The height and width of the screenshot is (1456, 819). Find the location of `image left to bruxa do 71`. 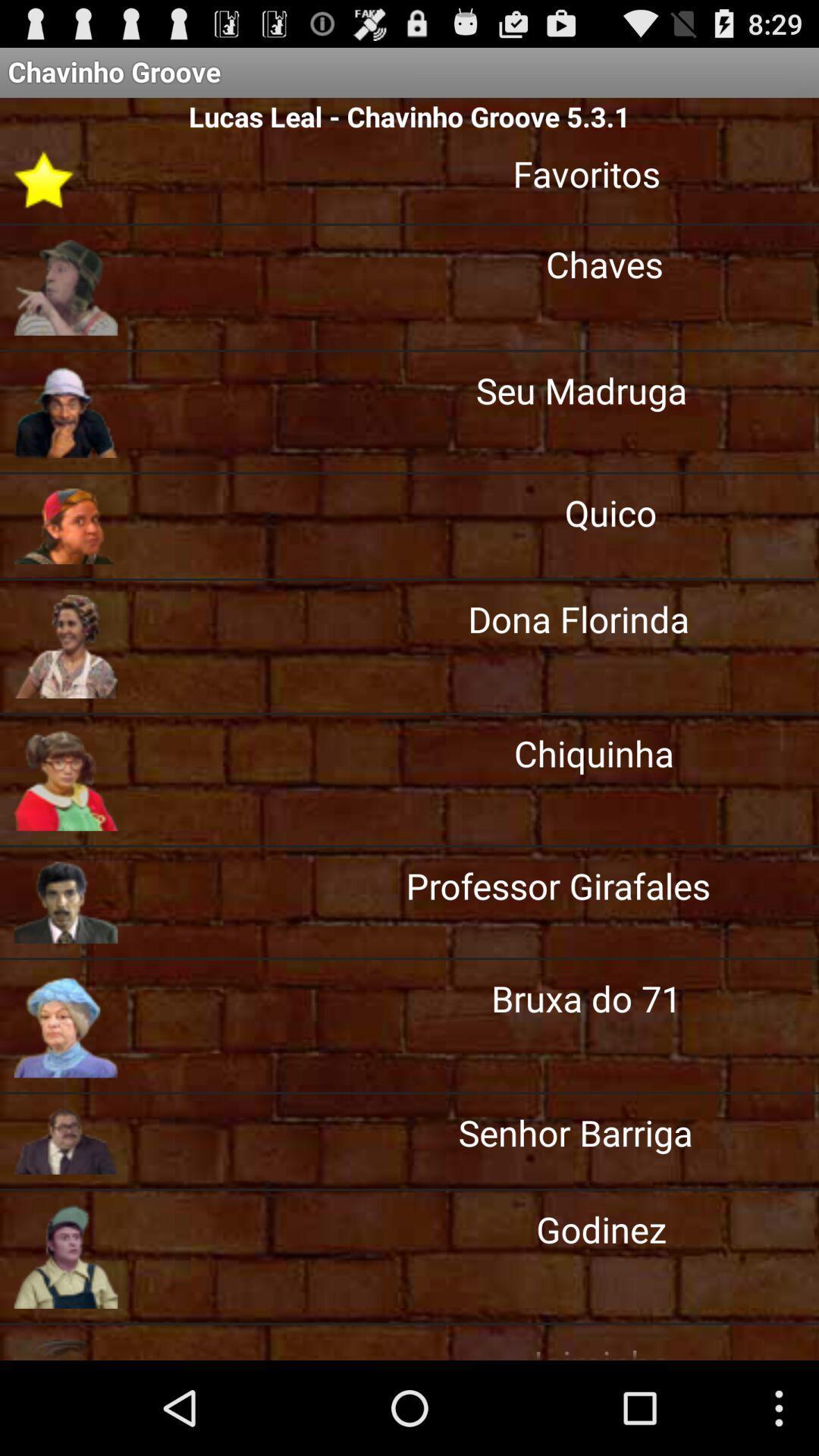

image left to bruxa do 71 is located at coordinates (65, 1026).